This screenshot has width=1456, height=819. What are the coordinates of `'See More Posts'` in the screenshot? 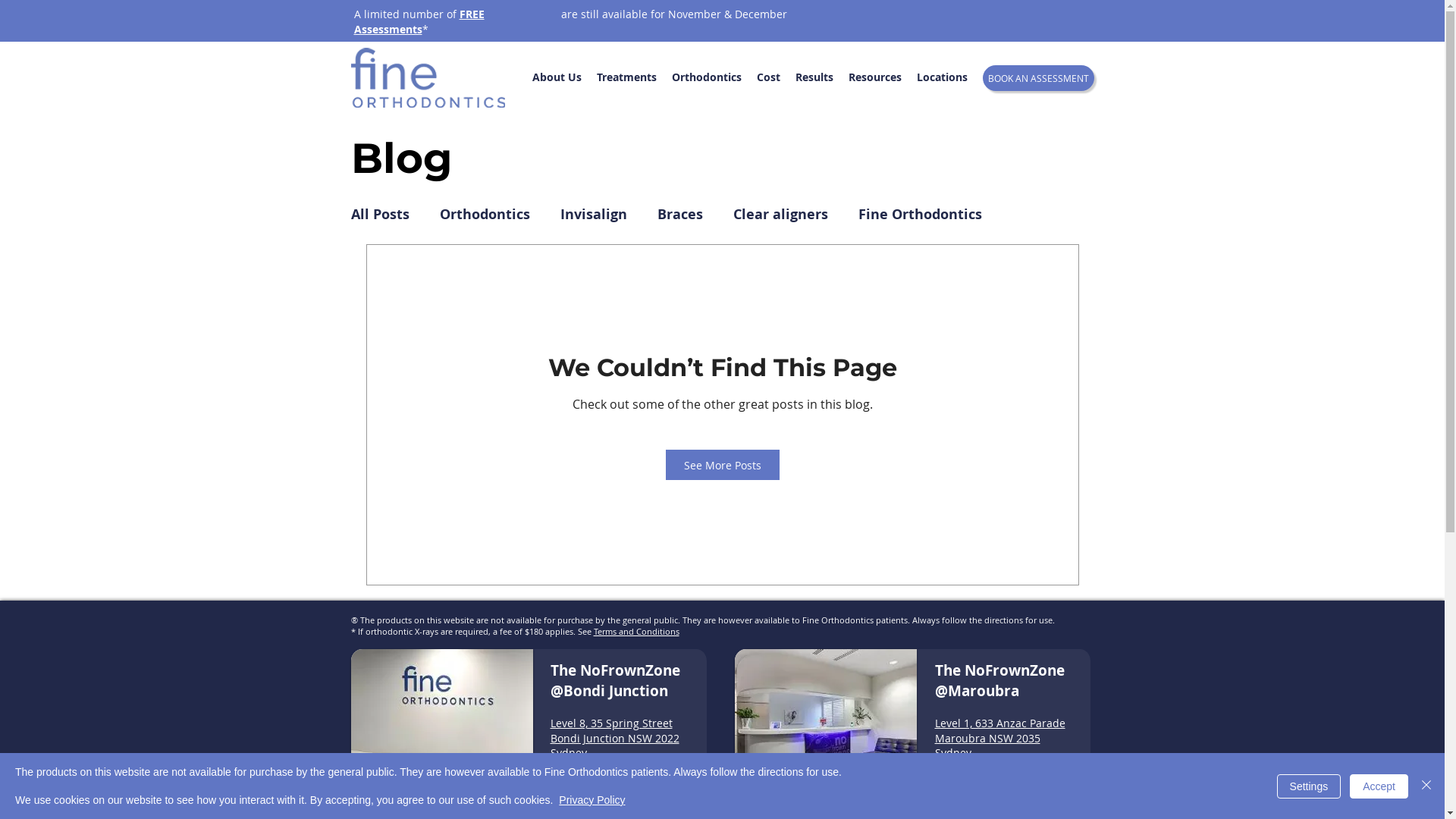 It's located at (722, 464).